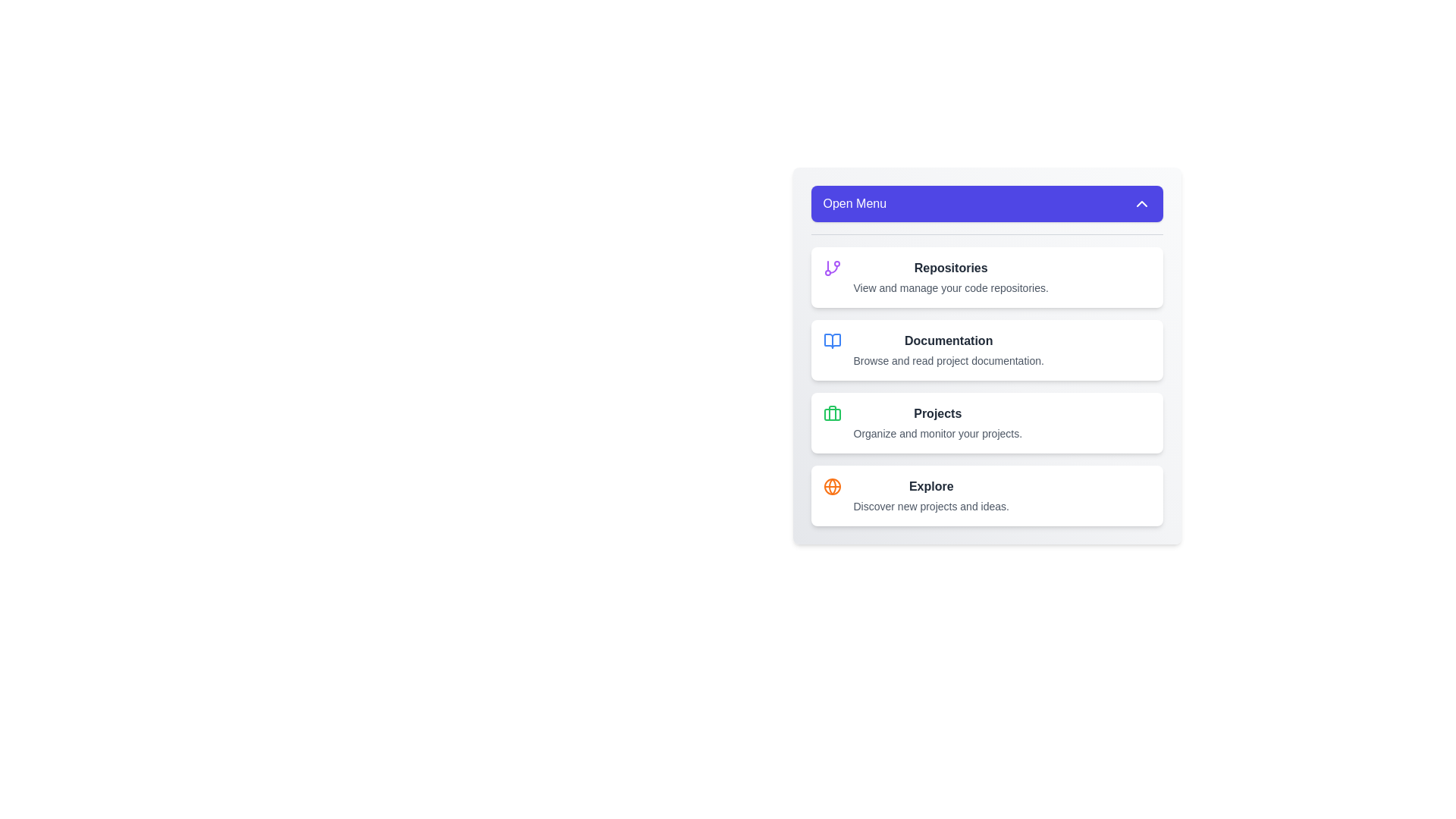 Image resolution: width=1456 pixels, height=819 pixels. What do you see at coordinates (948, 360) in the screenshot?
I see `the static text element that displays 'Browse and read project documentation.' which is located beneath the 'Documentation' label` at bounding box center [948, 360].